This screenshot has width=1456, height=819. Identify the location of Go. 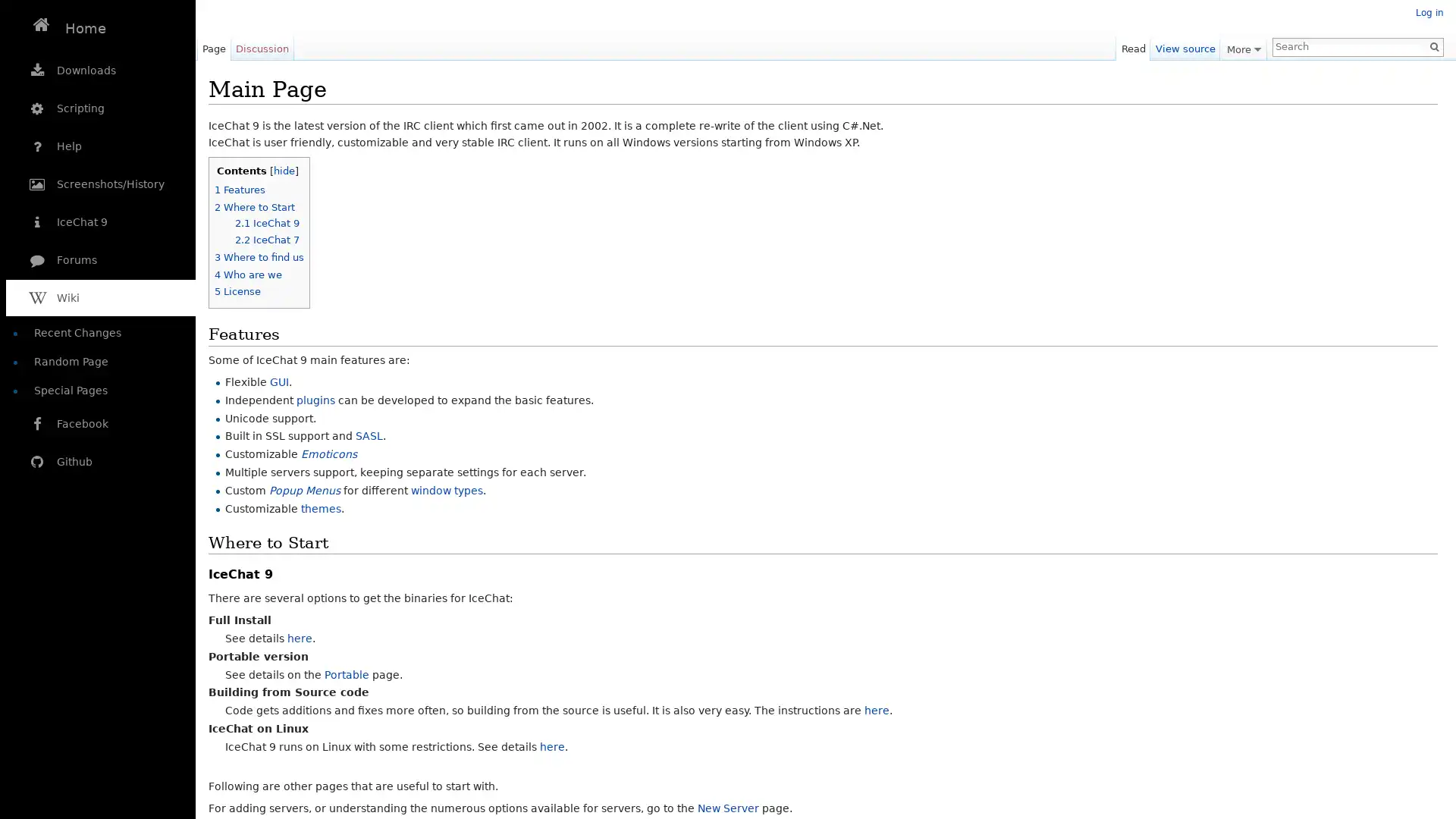
(1433, 45).